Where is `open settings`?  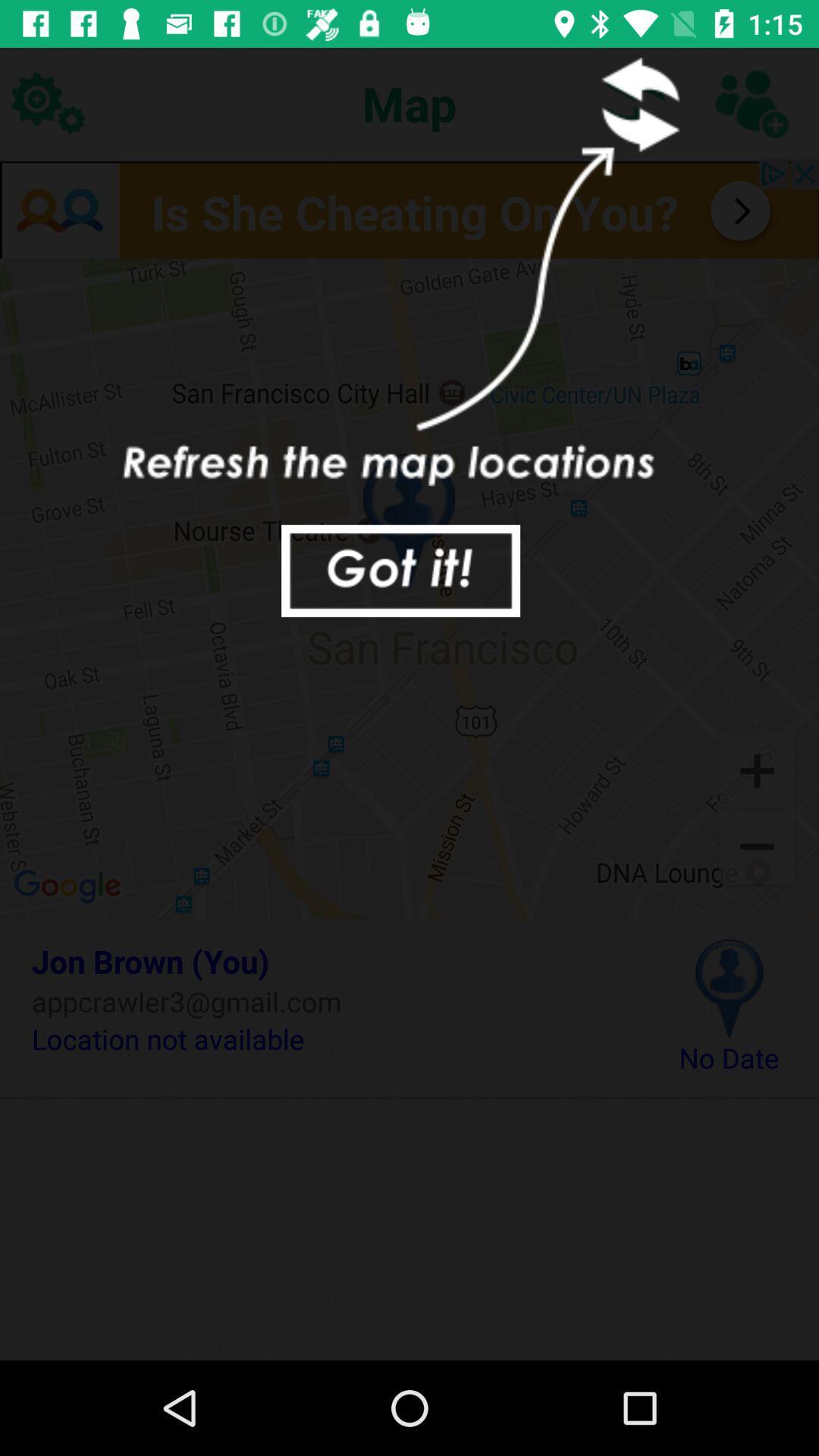 open settings is located at coordinates (46, 102).